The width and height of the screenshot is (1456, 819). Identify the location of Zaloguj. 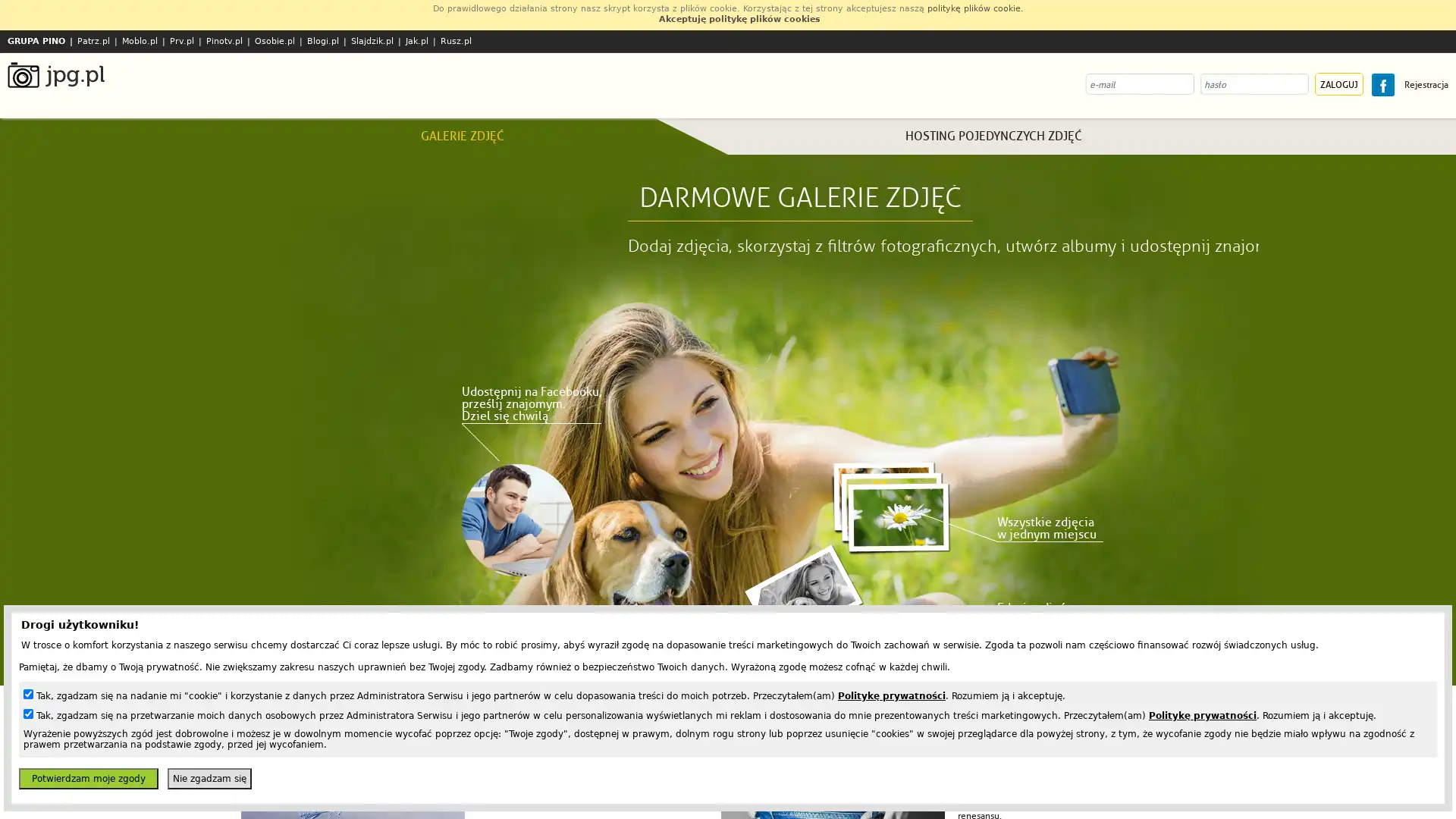
(1339, 84).